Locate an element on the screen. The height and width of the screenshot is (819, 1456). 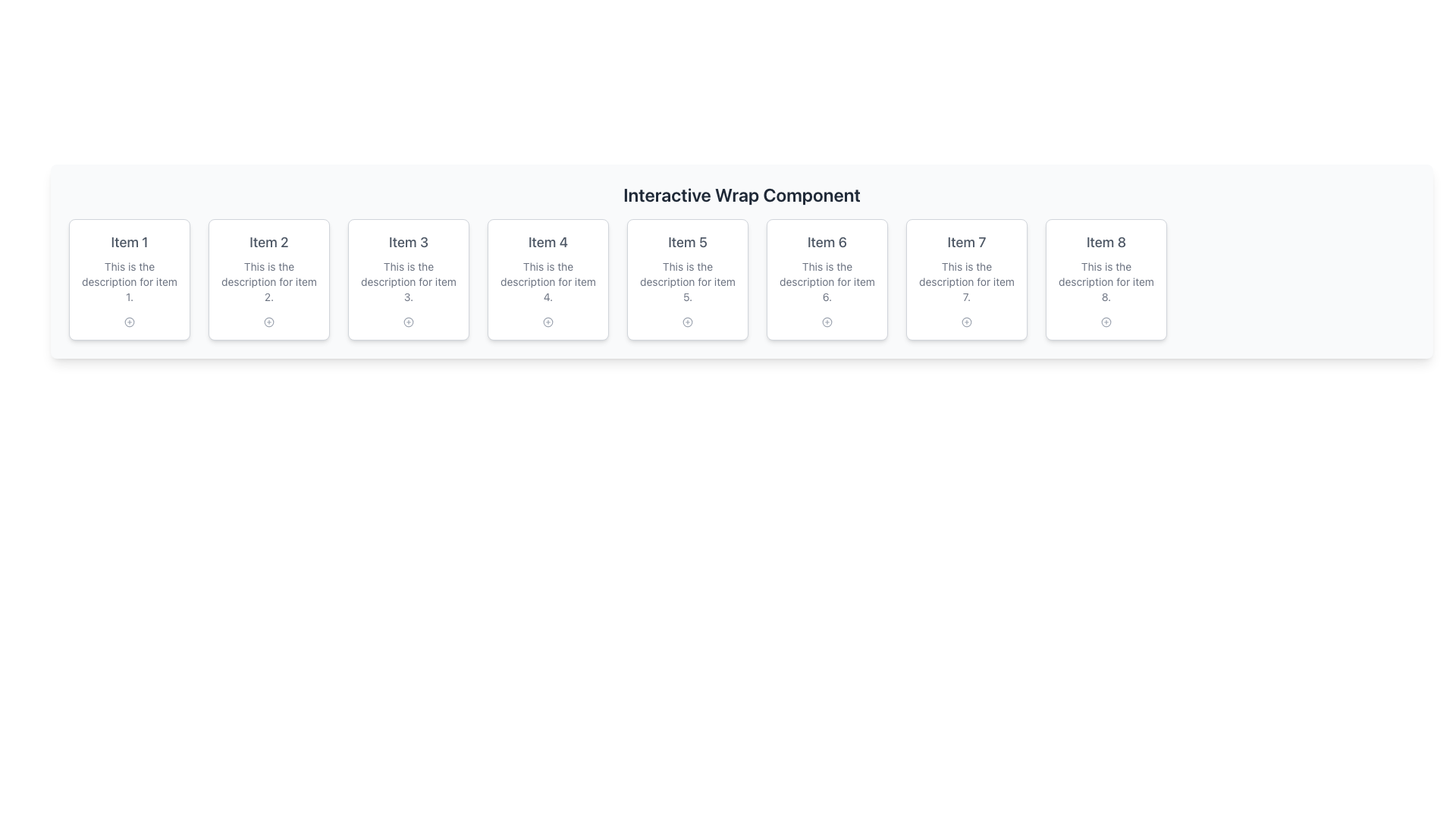
the sixth card in the grid that displays a title, description, and an icon, located in the center-right of the interface is located at coordinates (826, 280).